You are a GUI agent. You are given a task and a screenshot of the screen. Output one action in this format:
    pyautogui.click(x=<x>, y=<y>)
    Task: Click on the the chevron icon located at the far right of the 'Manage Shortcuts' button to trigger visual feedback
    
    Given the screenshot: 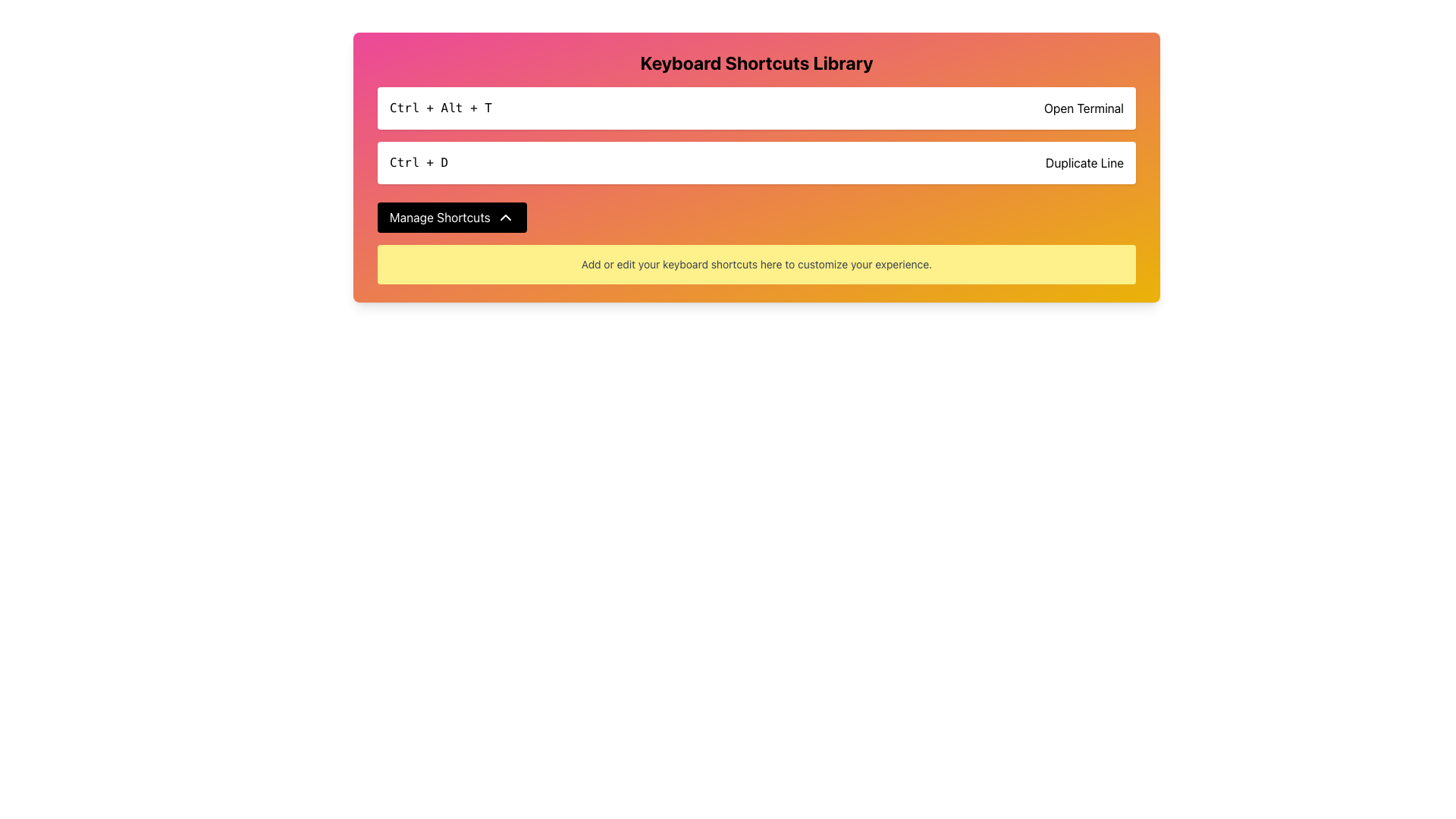 What is the action you would take?
    pyautogui.click(x=505, y=217)
    